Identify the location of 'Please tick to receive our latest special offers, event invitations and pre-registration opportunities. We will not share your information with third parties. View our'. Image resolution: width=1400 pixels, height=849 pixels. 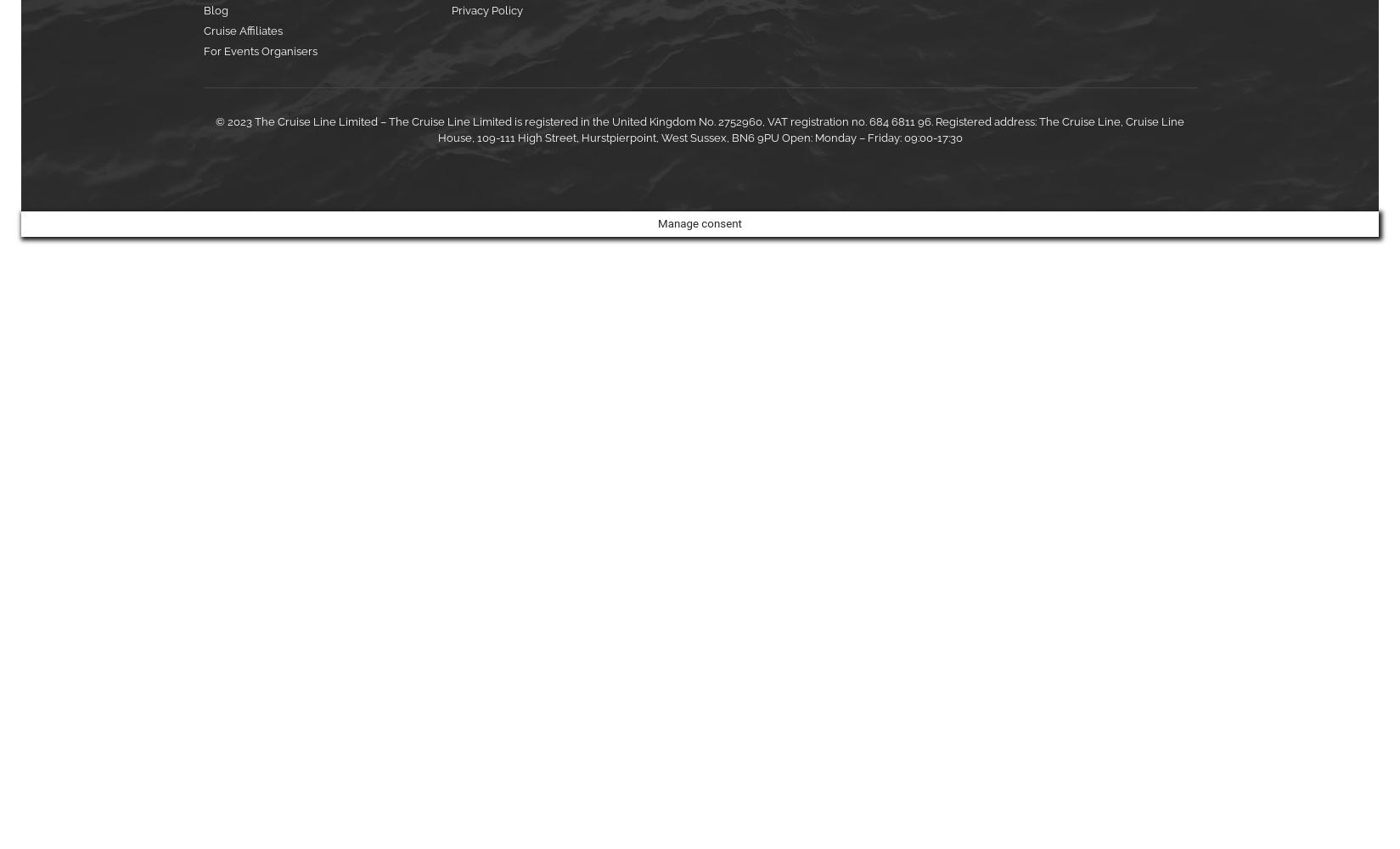
(700, 114).